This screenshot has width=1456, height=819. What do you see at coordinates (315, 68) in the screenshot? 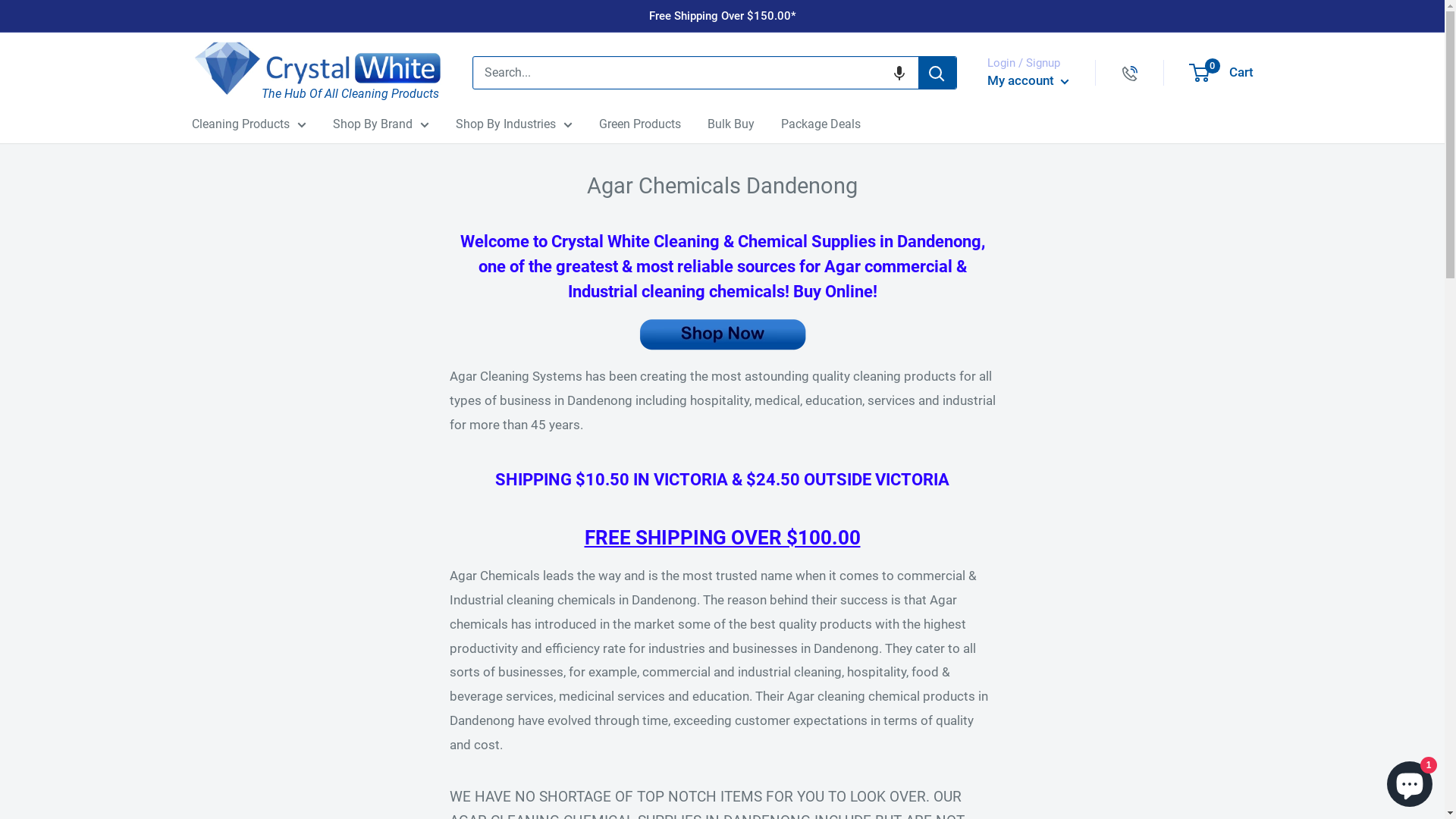
I see `'Crystalwhite Cleaning Supplies'` at bounding box center [315, 68].